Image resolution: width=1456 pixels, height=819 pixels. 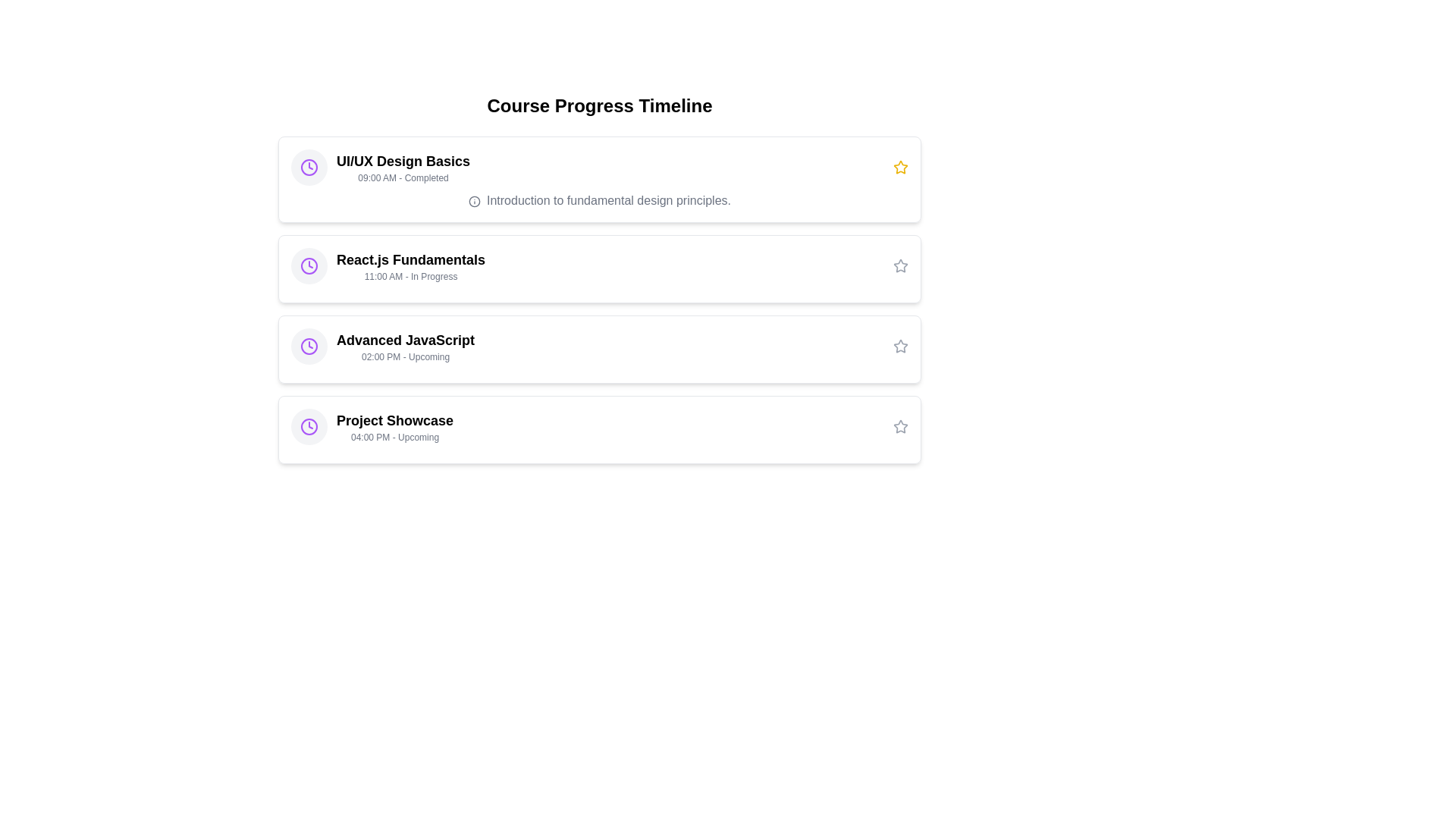 I want to click on the information icon located to the left of the text 'Introduction to fundamental design principles.' on the first card of 'UI/UX Design Basics' in the course progress timeline, so click(x=473, y=200).